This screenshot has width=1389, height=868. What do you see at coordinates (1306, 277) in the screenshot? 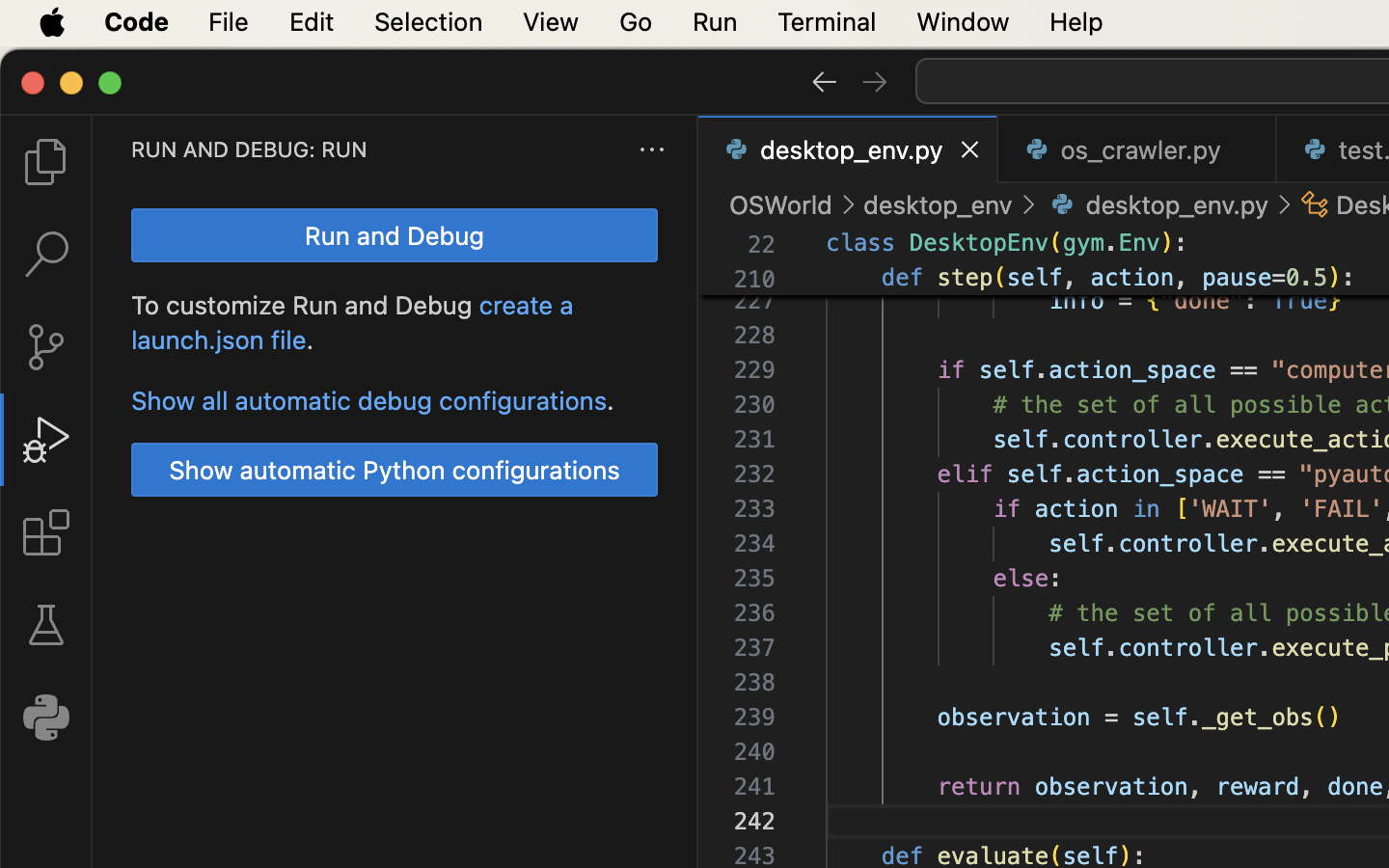
I see `'0.5'` at bounding box center [1306, 277].